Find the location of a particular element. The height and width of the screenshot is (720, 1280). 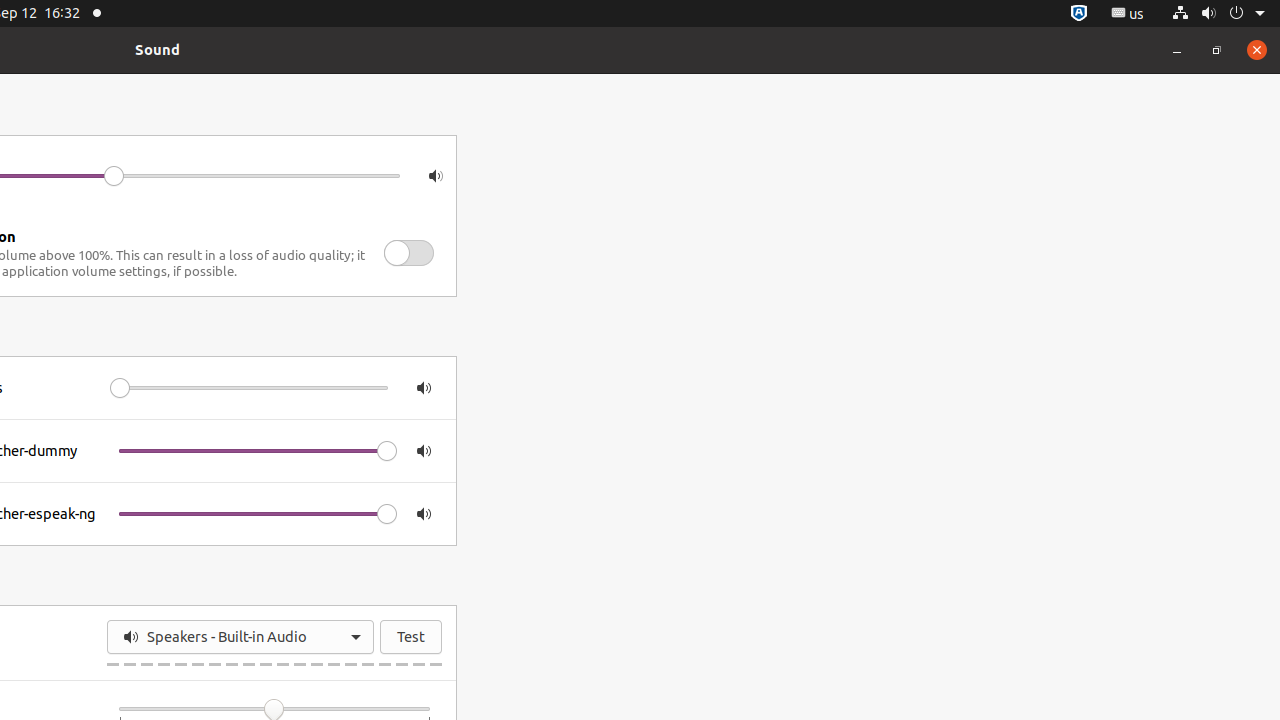

'Test' is located at coordinates (410, 636).